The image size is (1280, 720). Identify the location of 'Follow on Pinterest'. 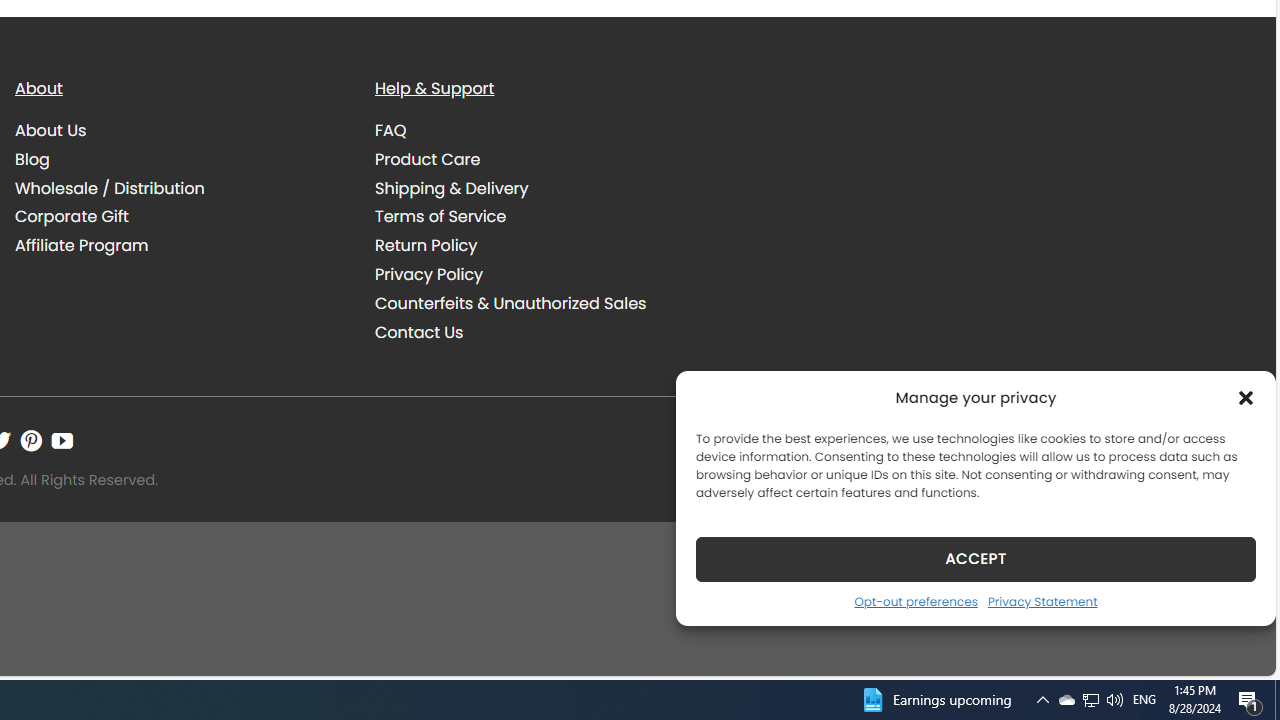
(31, 440).